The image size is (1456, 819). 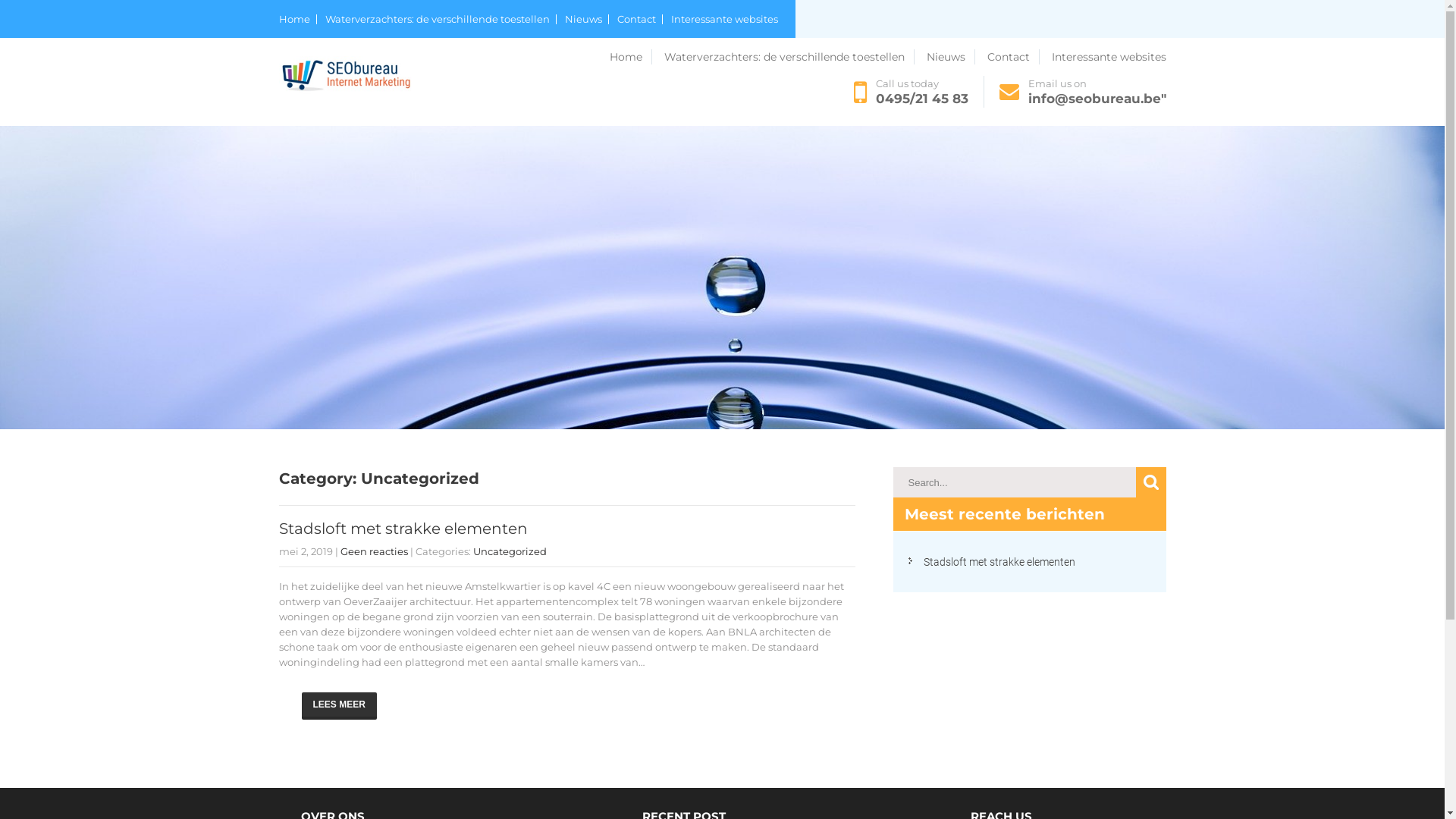 What do you see at coordinates (338, 705) in the screenshot?
I see `'LEES MEER'` at bounding box center [338, 705].